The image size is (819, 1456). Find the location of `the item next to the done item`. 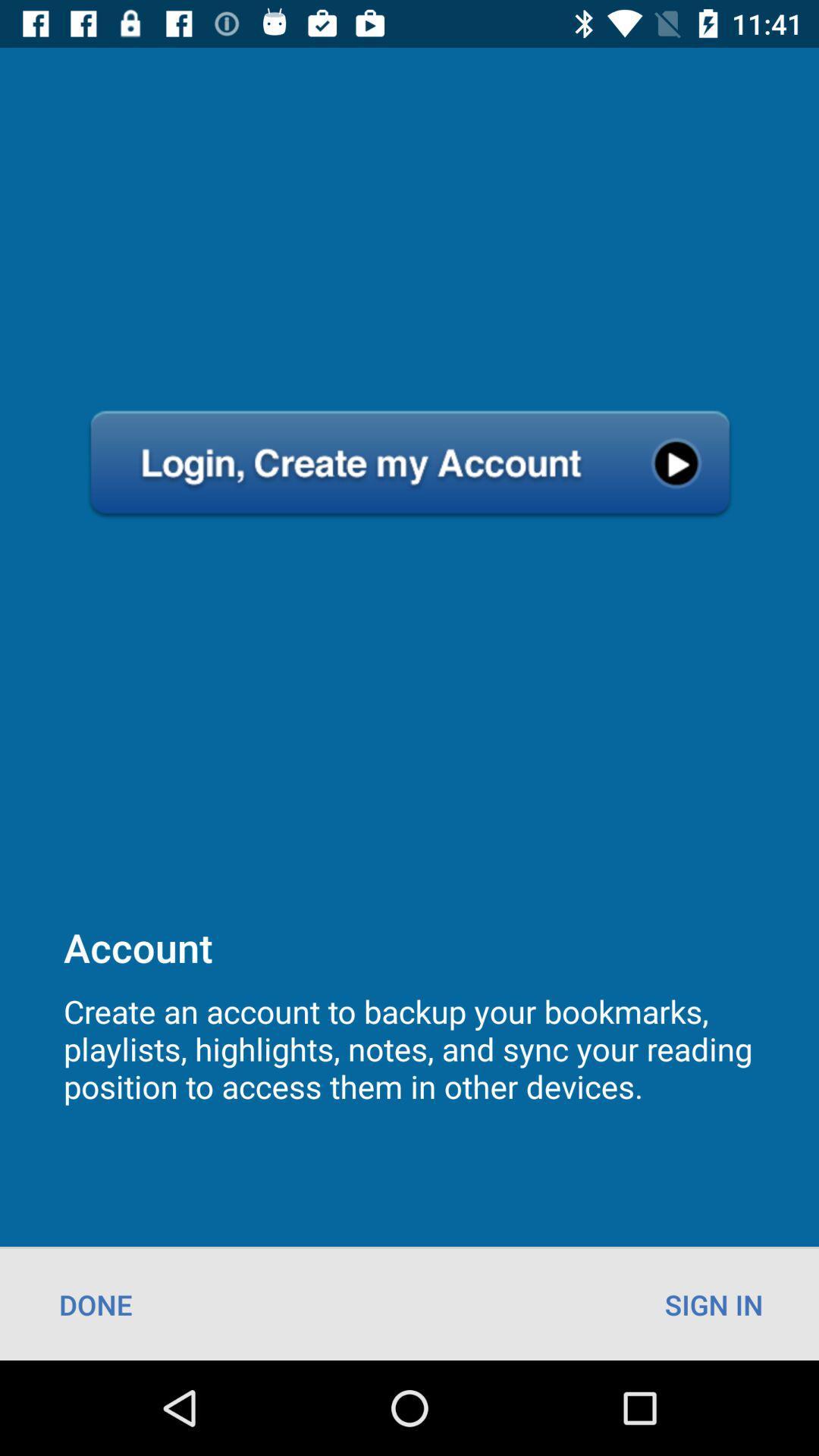

the item next to the done item is located at coordinates (714, 1304).